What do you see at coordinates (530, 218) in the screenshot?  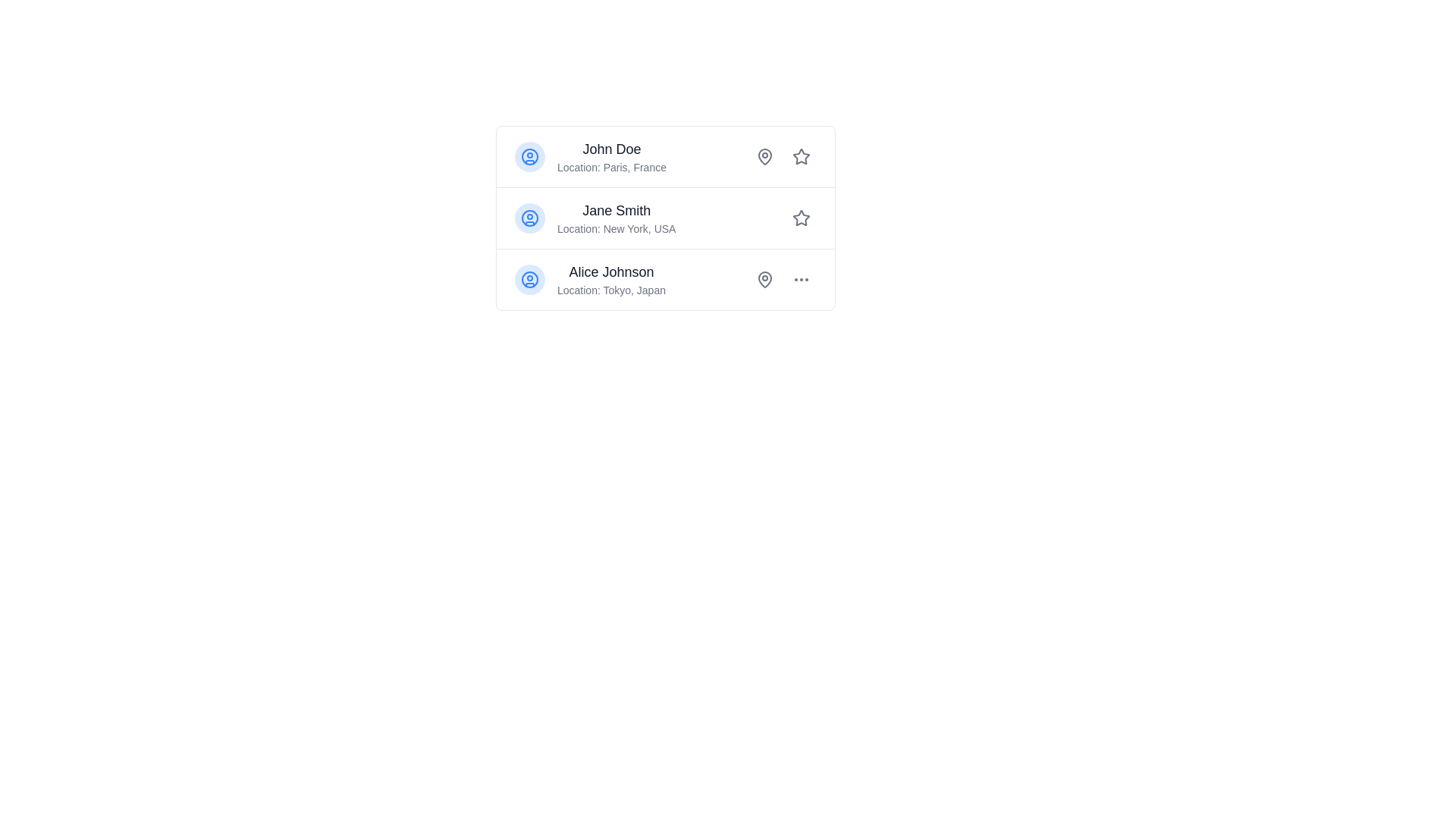 I see `the user profile icon representing 'Jane Smith', positioned in the center-left region of her card` at bounding box center [530, 218].